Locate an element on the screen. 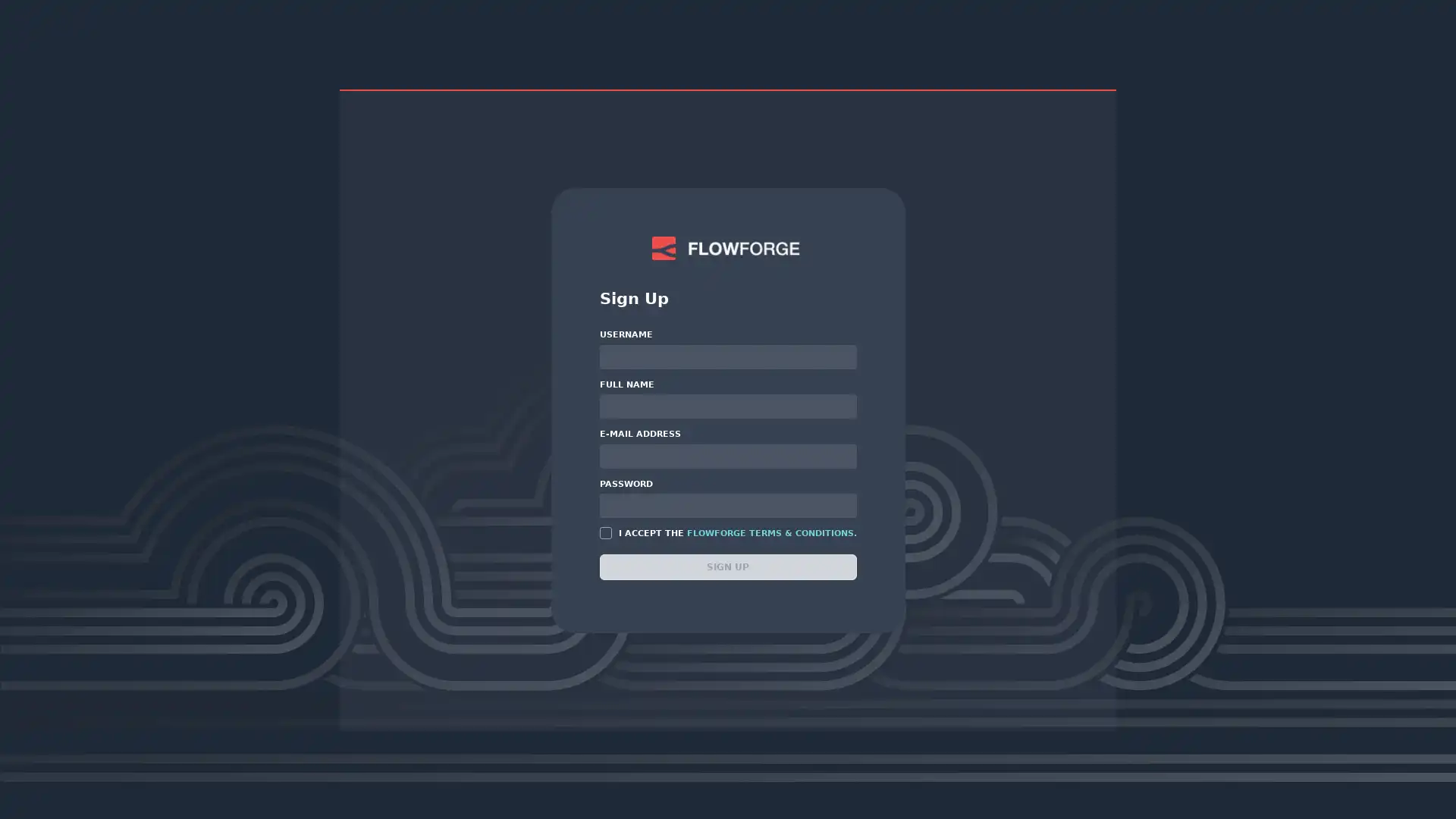 The image size is (1456, 819). SIGN UP is located at coordinates (726, 566).